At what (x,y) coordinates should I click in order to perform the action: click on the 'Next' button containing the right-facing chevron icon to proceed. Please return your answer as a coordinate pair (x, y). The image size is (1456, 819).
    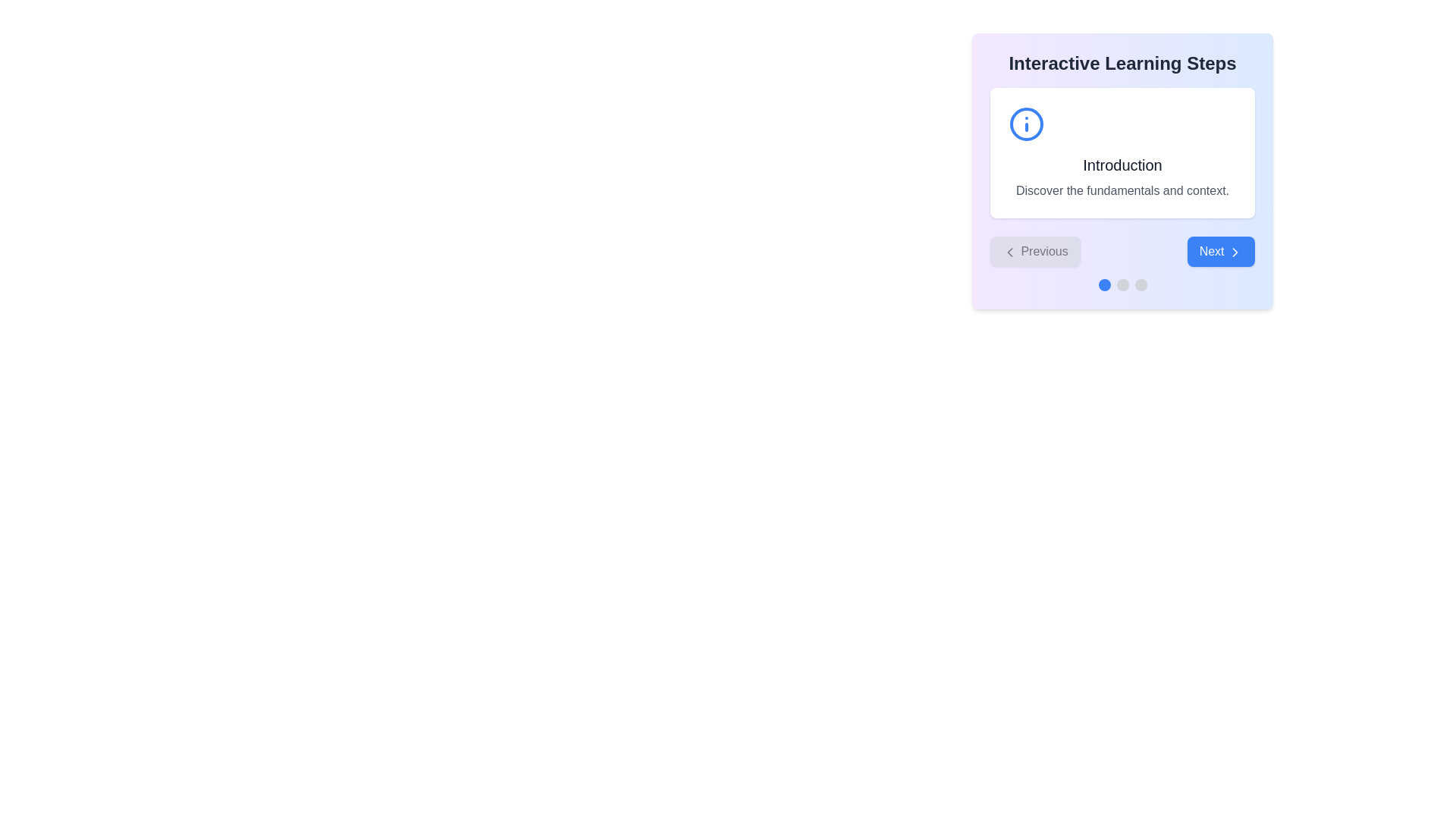
    Looking at the image, I should click on (1235, 250).